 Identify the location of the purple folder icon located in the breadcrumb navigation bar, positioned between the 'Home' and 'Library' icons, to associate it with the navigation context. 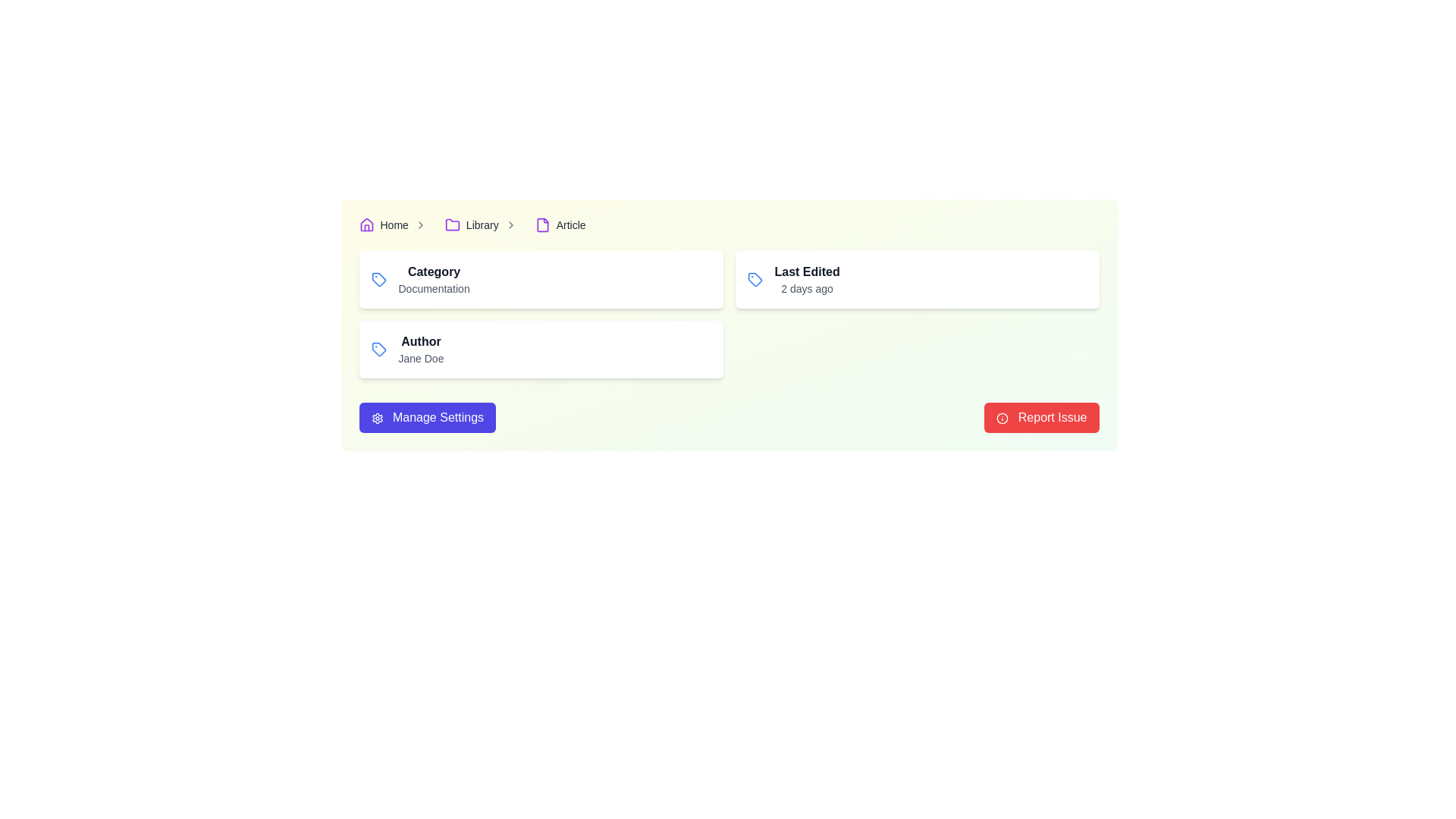
(451, 224).